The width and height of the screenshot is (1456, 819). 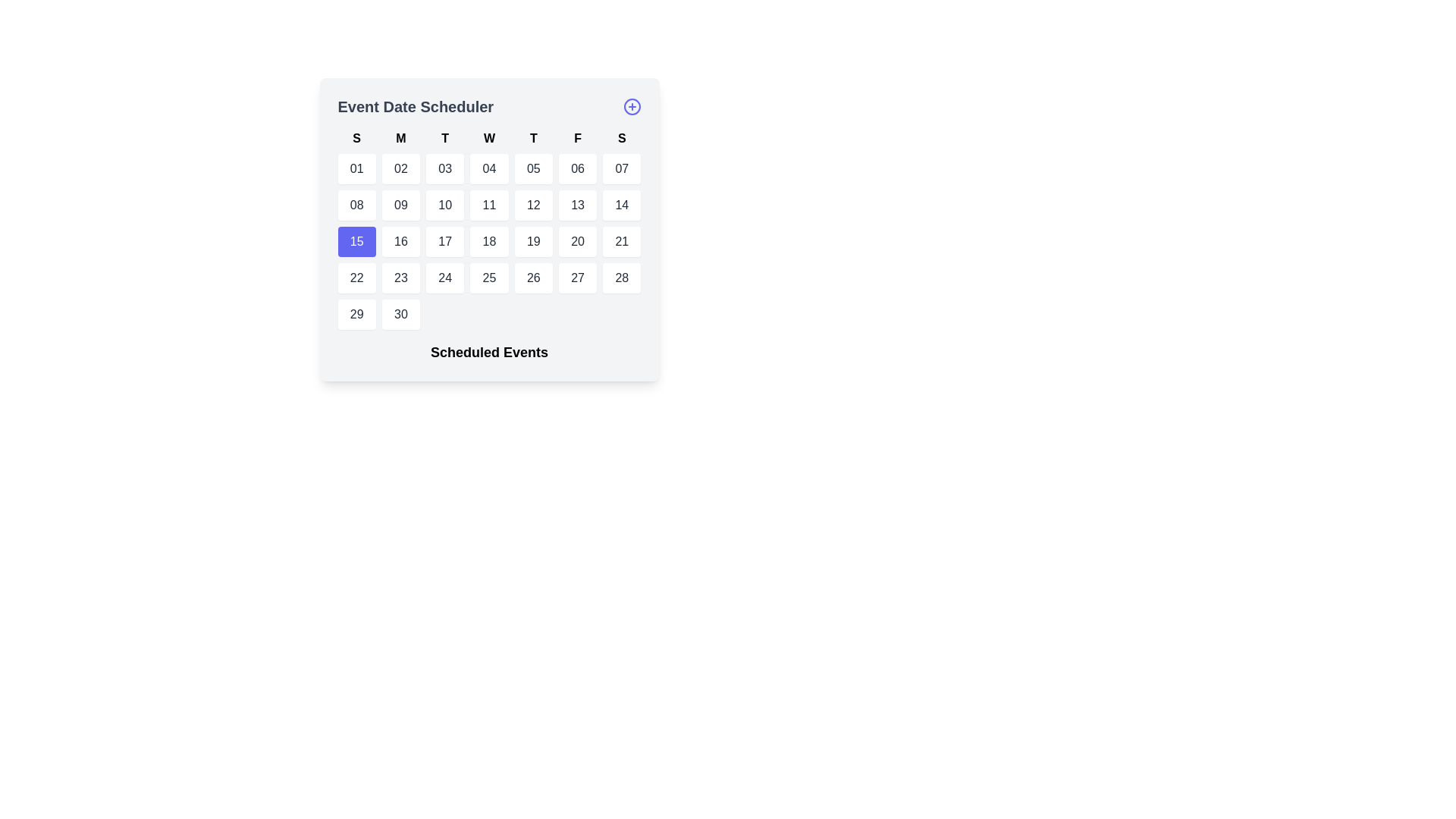 What do you see at coordinates (356, 169) in the screenshot?
I see `the stylized button labeled '01' located in the first row of the calendar grid under the 'S' column heading` at bounding box center [356, 169].